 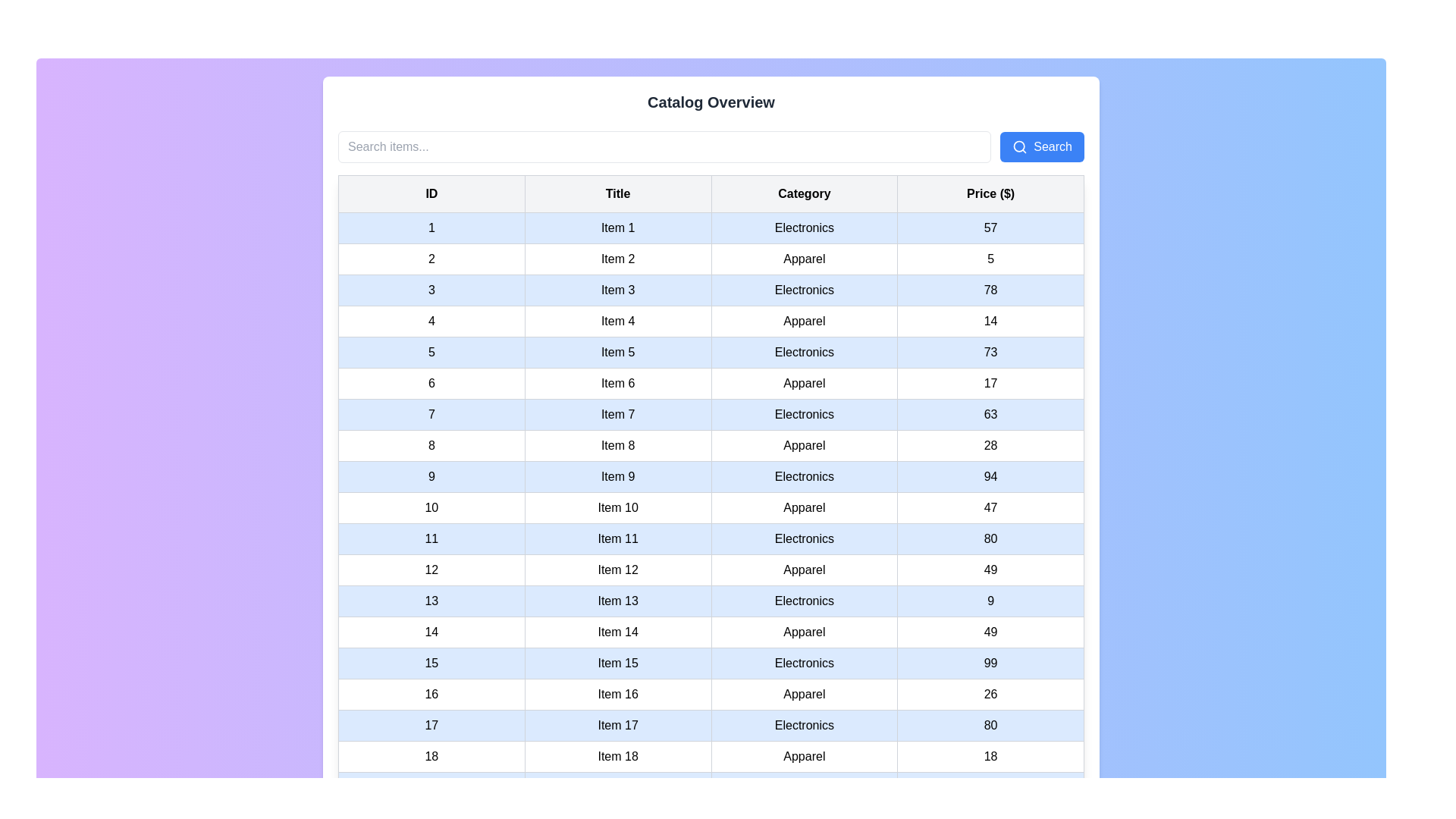 I want to click on the static text element labeled 'Electronics' with a light blue background, located in the 'Category' column of 'Item 9' row, so click(x=803, y=475).